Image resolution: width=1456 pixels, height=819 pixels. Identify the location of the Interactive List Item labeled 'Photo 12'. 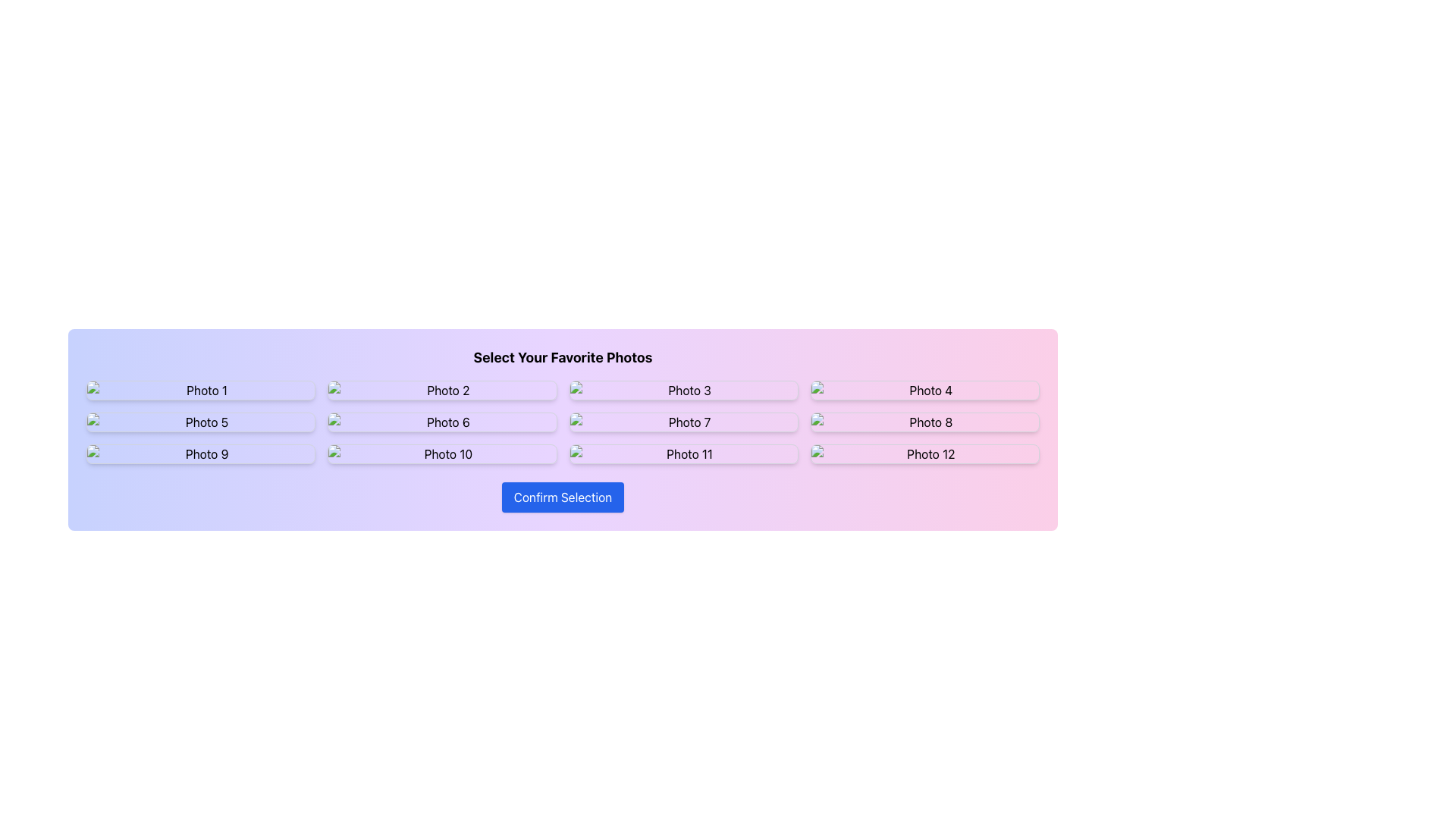
(924, 453).